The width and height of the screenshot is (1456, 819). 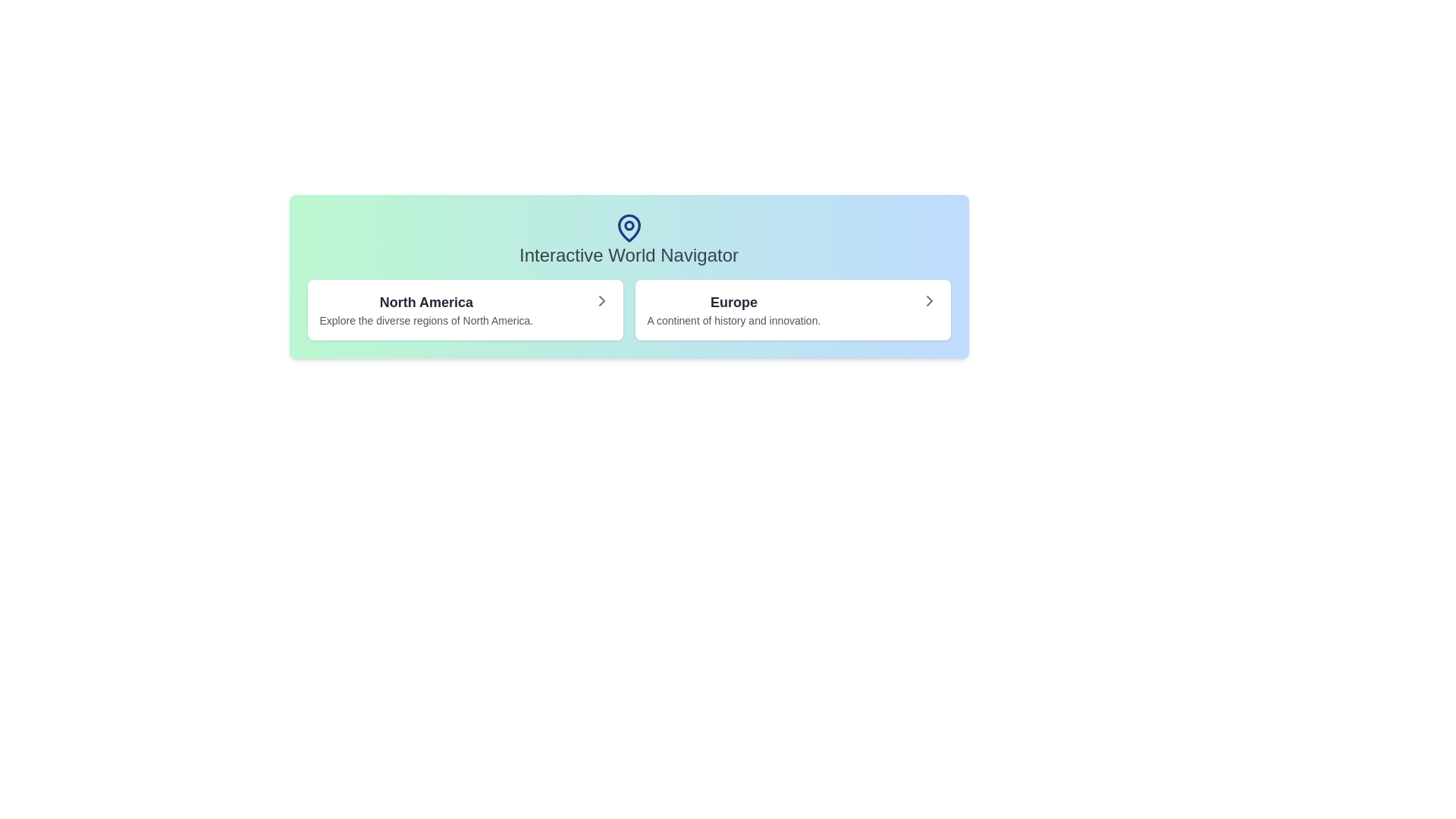 I want to click on text content of the text label positioned centrally below a map pin icon, which serves as a title or heading for the interface section, so click(x=629, y=254).